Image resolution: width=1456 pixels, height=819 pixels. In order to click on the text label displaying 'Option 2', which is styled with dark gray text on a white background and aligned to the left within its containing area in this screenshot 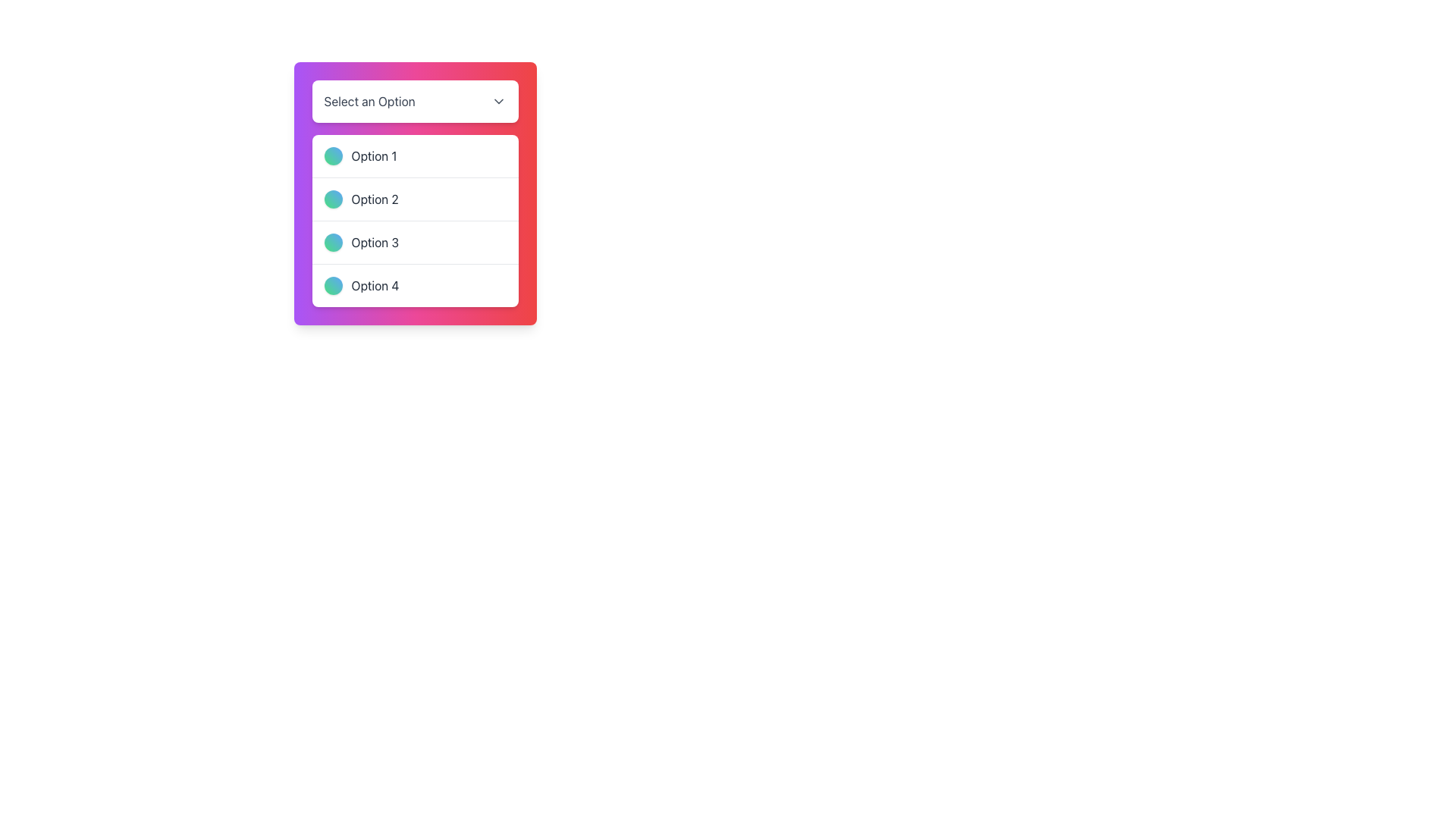, I will do `click(375, 198)`.